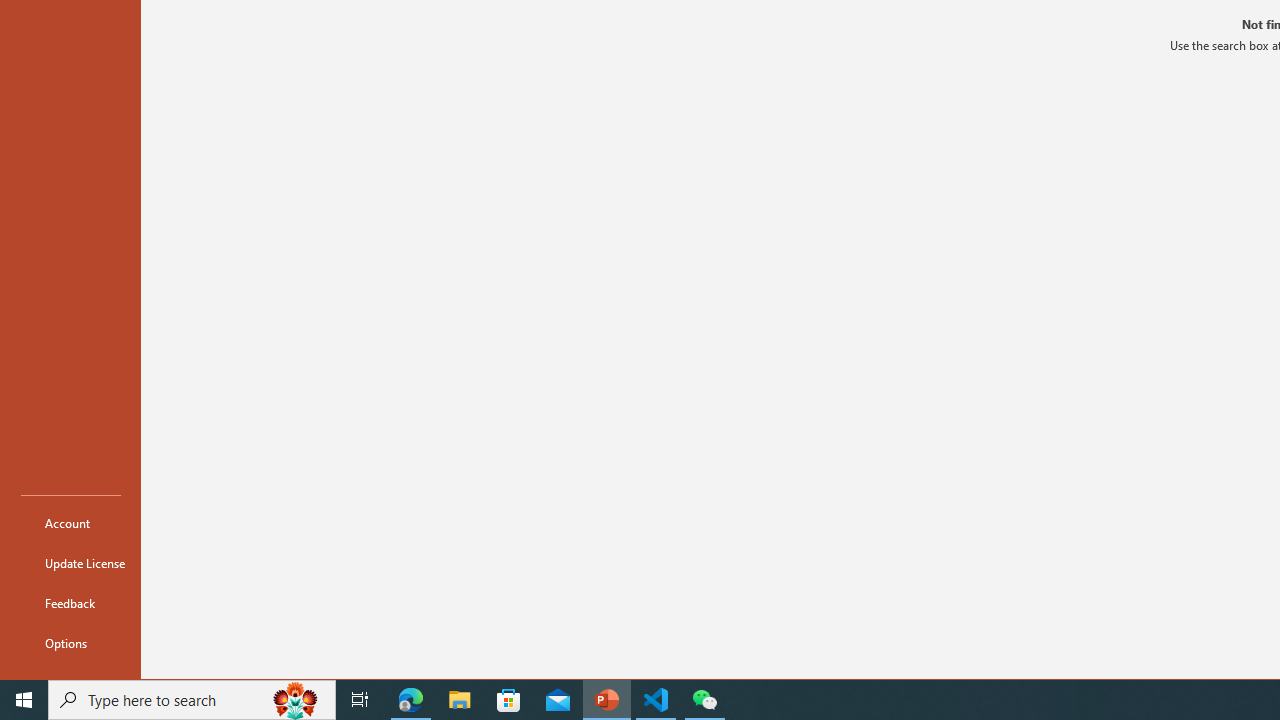  I want to click on 'Update License', so click(71, 563).